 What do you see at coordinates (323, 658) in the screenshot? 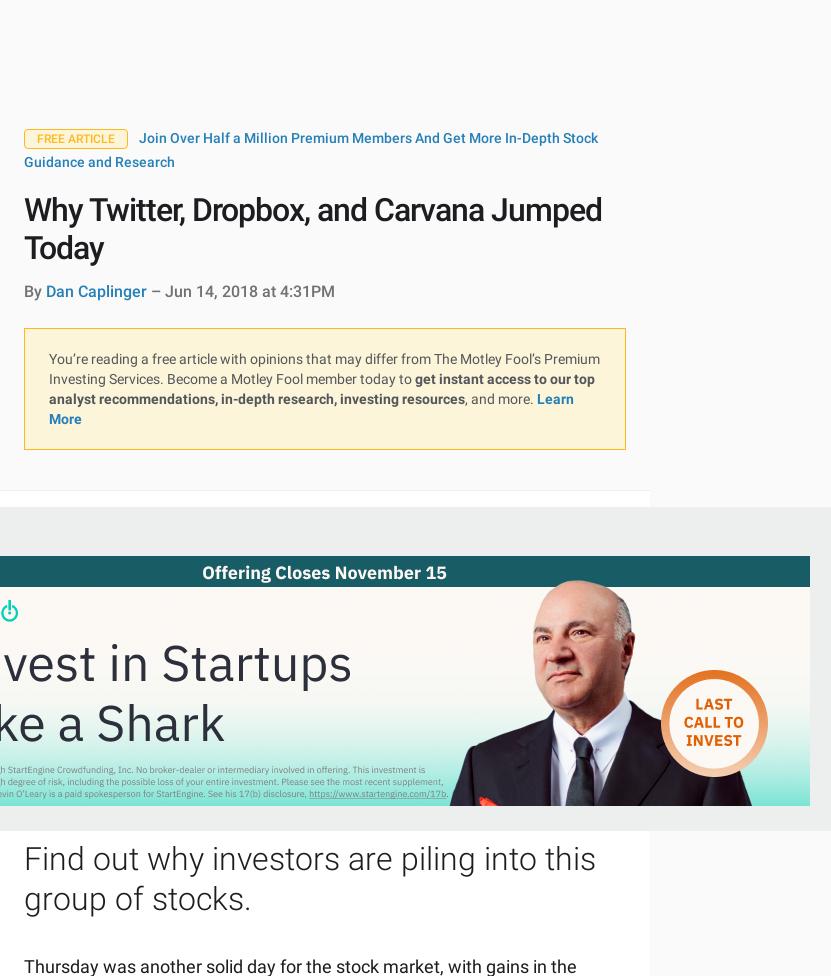
I see `'Join Stock Advisor'` at bounding box center [323, 658].